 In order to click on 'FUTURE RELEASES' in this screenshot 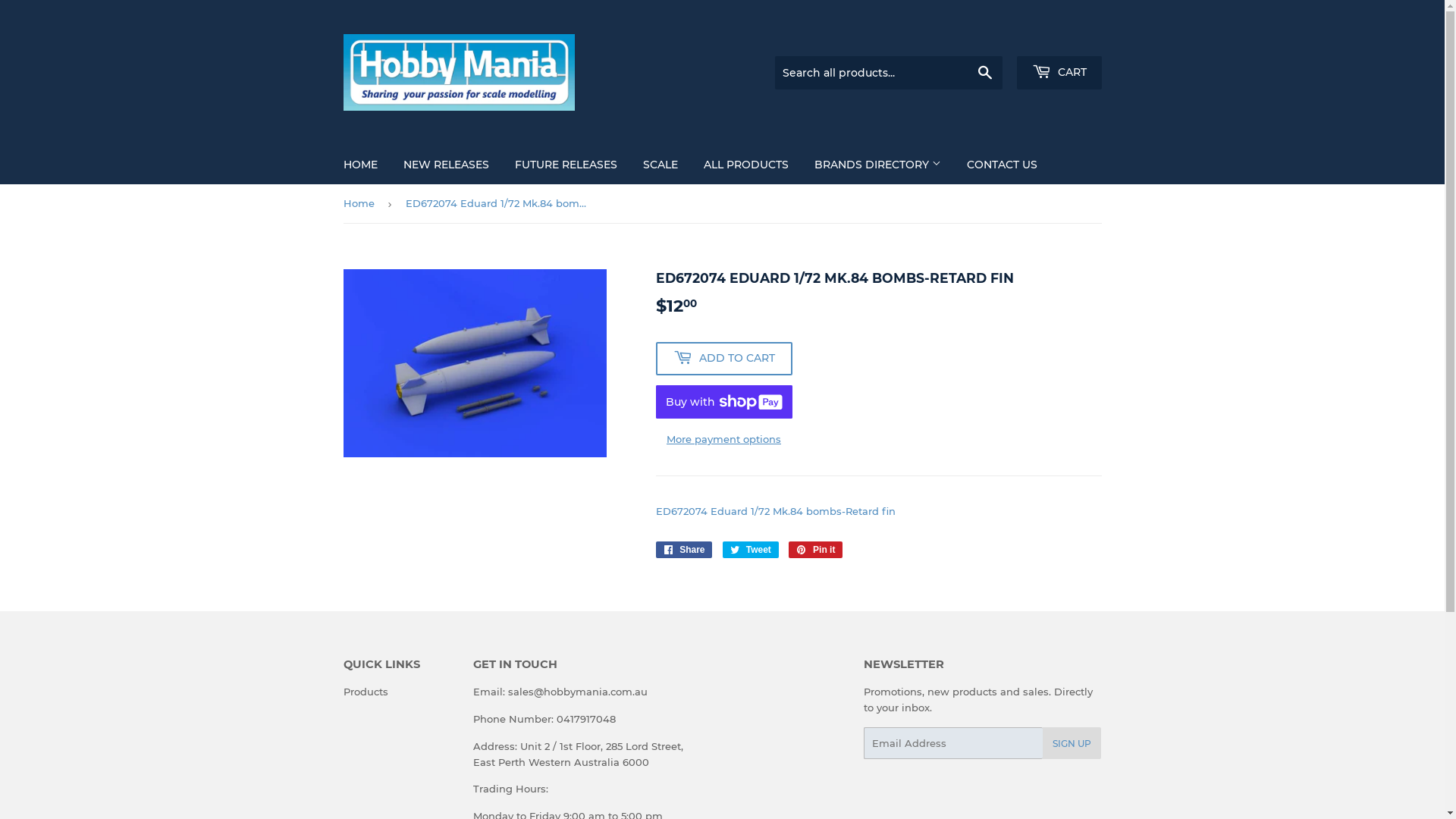, I will do `click(565, 164)`.